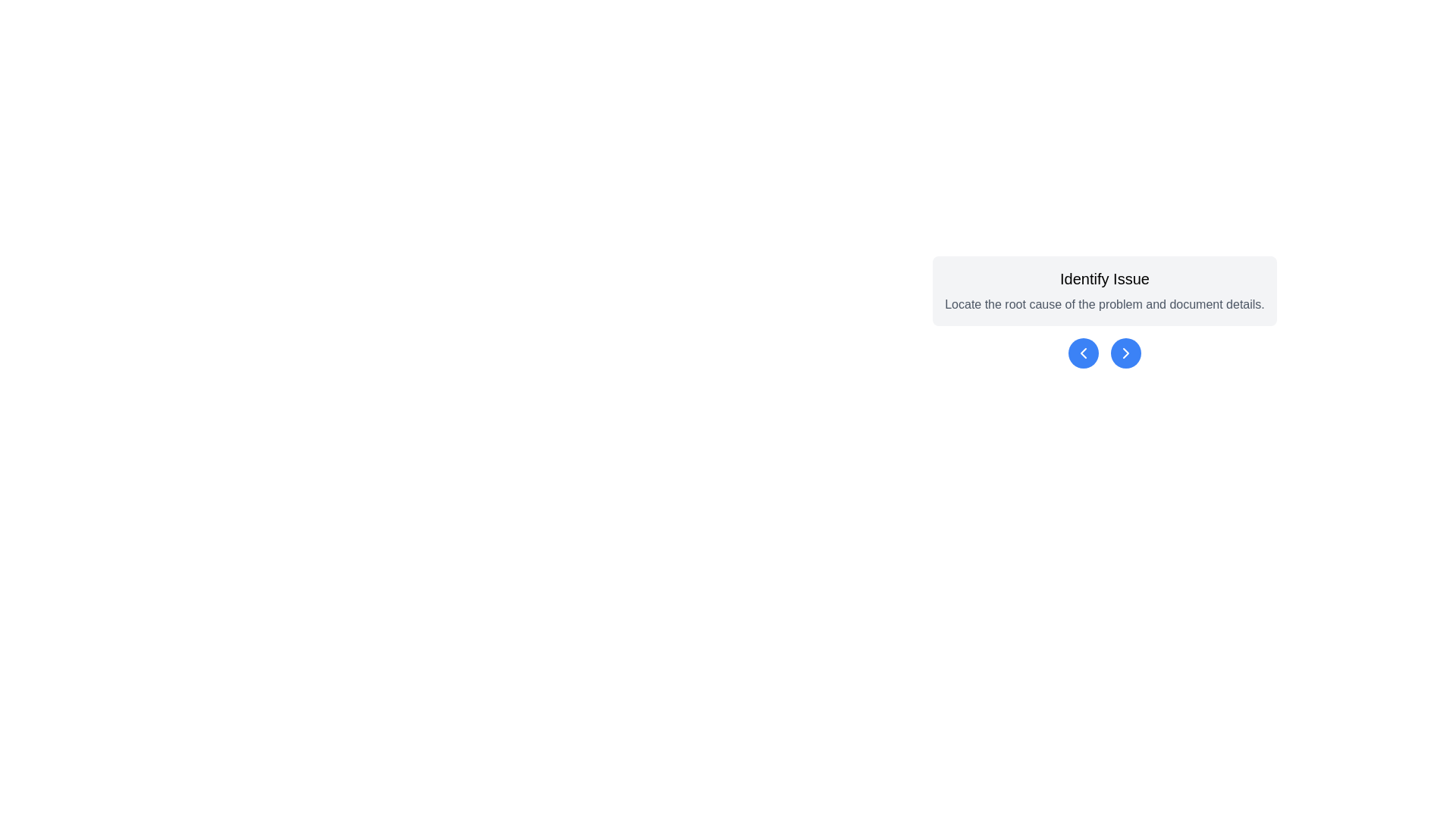  What do you see at coordinates (1083, 353) in the screenshot?
I see `the left-facing chevron arrow SVG icon, which is styled with no fill and a stroked outline, located on a blue circular background, to trigger a tooltip if available` at bounding box center [1083, 353].